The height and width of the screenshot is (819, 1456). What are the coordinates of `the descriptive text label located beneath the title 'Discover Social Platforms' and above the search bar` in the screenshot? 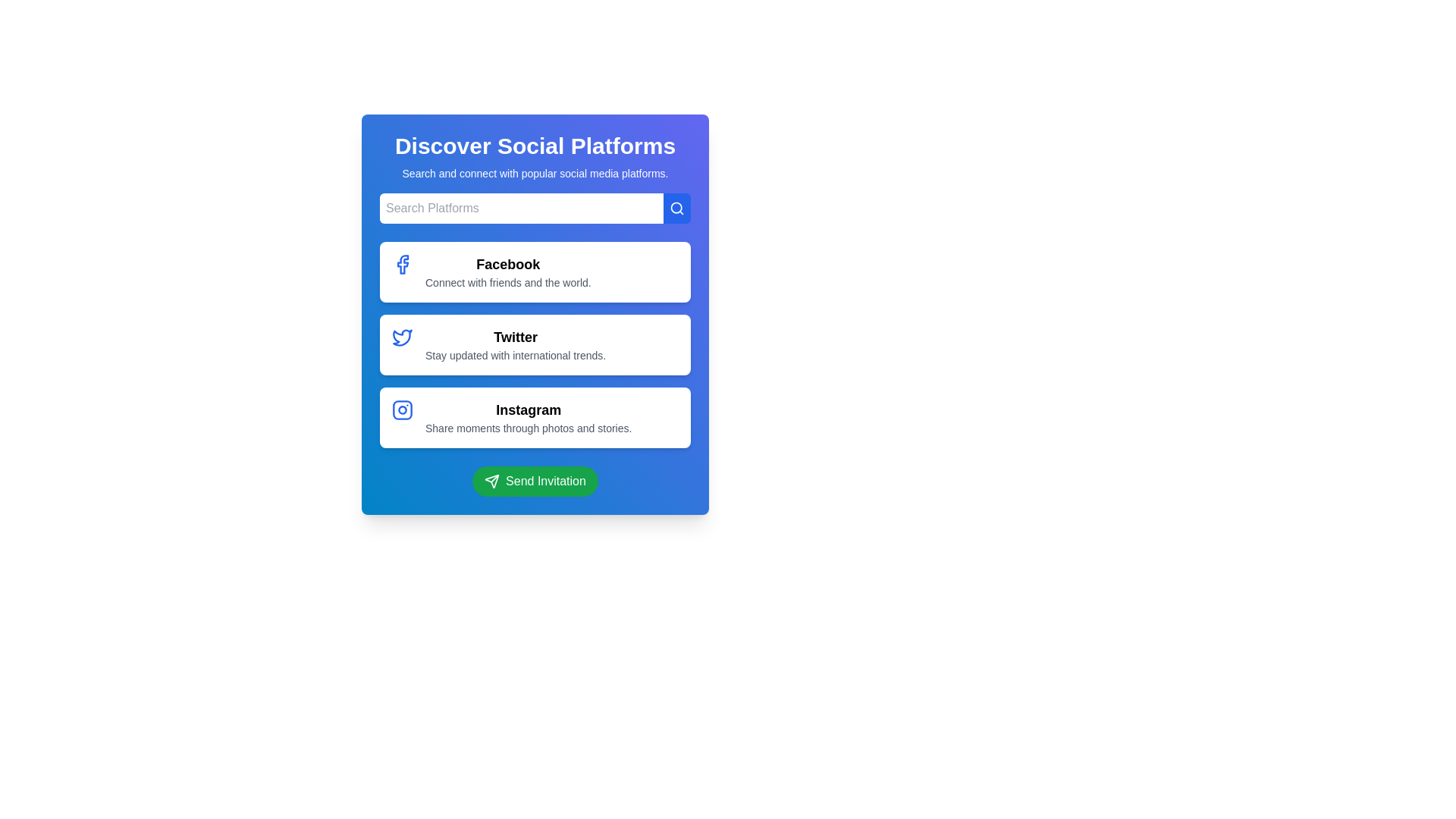 It's located at (535, 172).